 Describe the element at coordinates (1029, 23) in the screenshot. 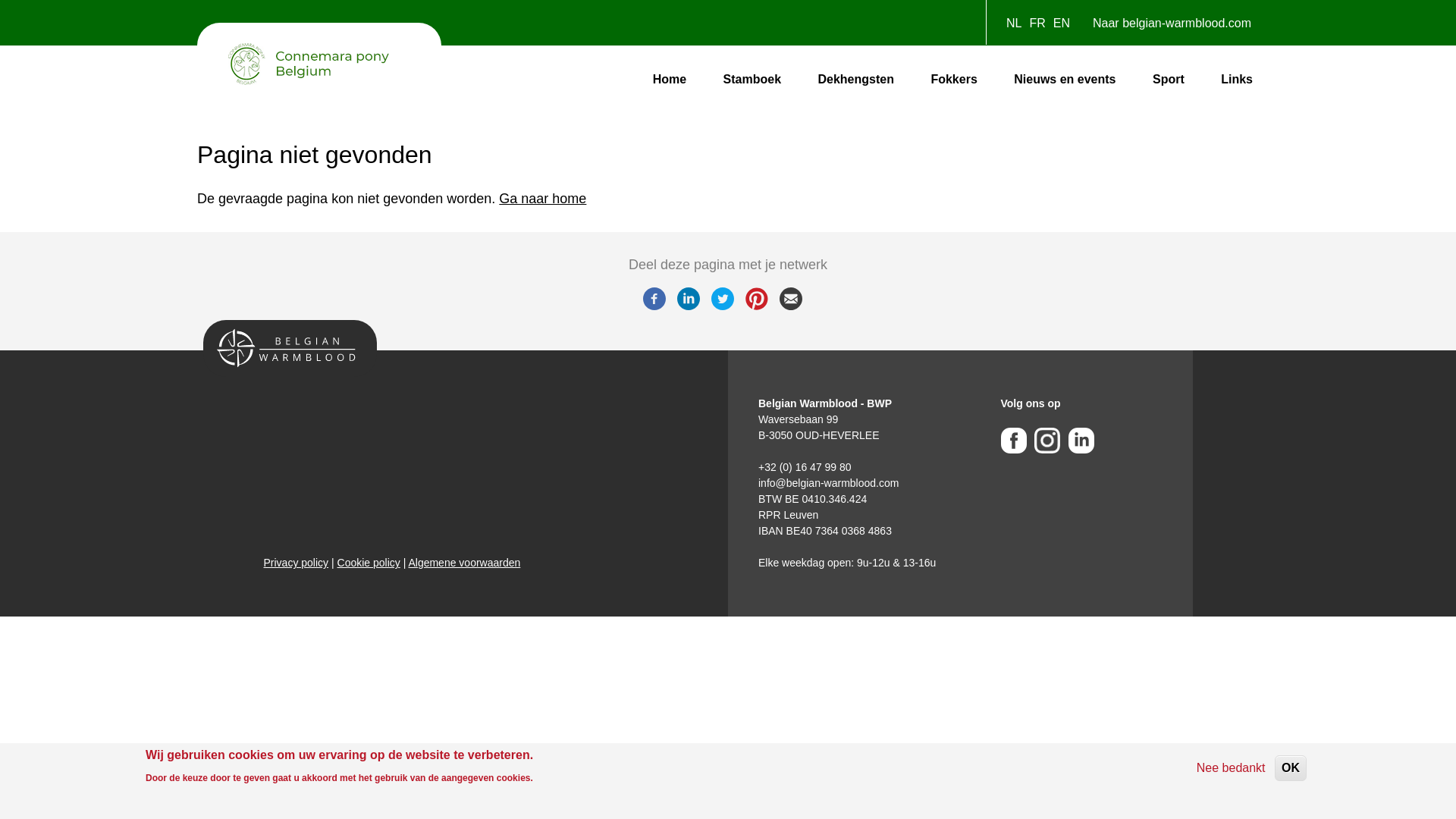

I see `'FR'` at that location.